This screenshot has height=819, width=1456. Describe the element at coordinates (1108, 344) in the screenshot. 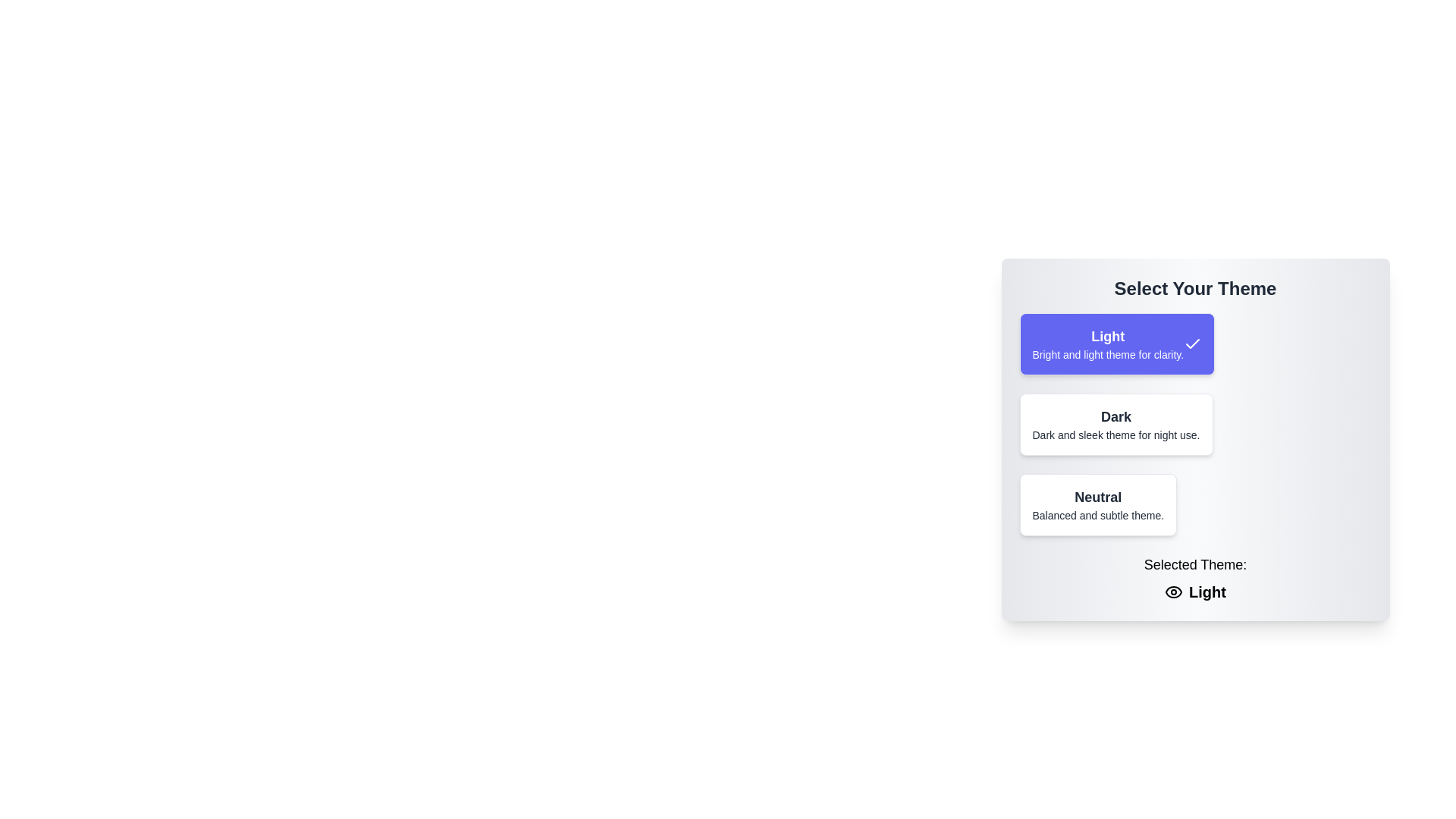

I see `the non-interactive text block displaying 'Light' which is the first option in the list of theme options` at that location.